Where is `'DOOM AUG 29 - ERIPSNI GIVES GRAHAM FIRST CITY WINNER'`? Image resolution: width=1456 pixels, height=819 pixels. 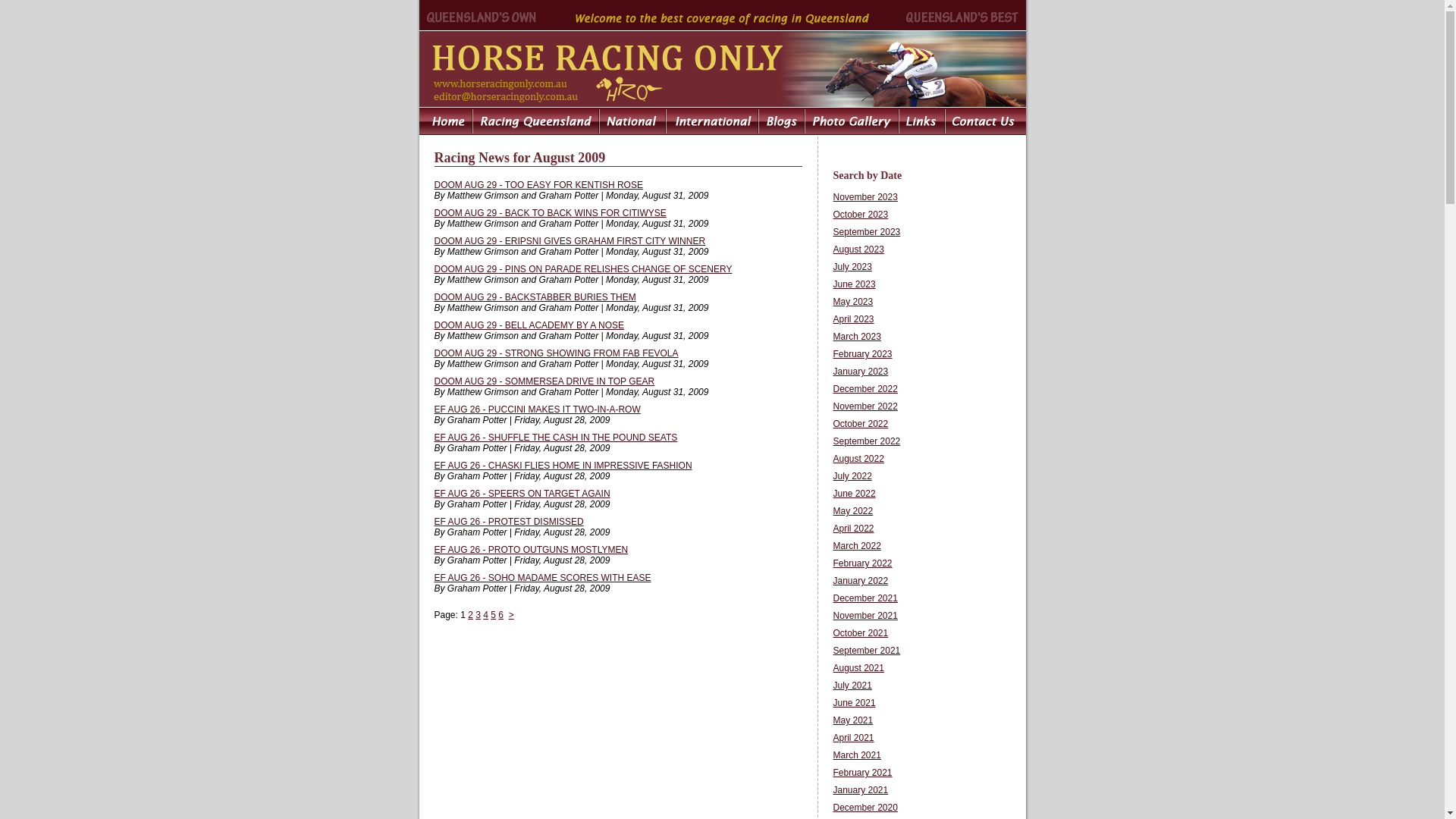
'DOOM AUG 29 - ERIPSNI GIVES GRAHAM FIRST CITY WINNER' is located at coordinates (568, 240).